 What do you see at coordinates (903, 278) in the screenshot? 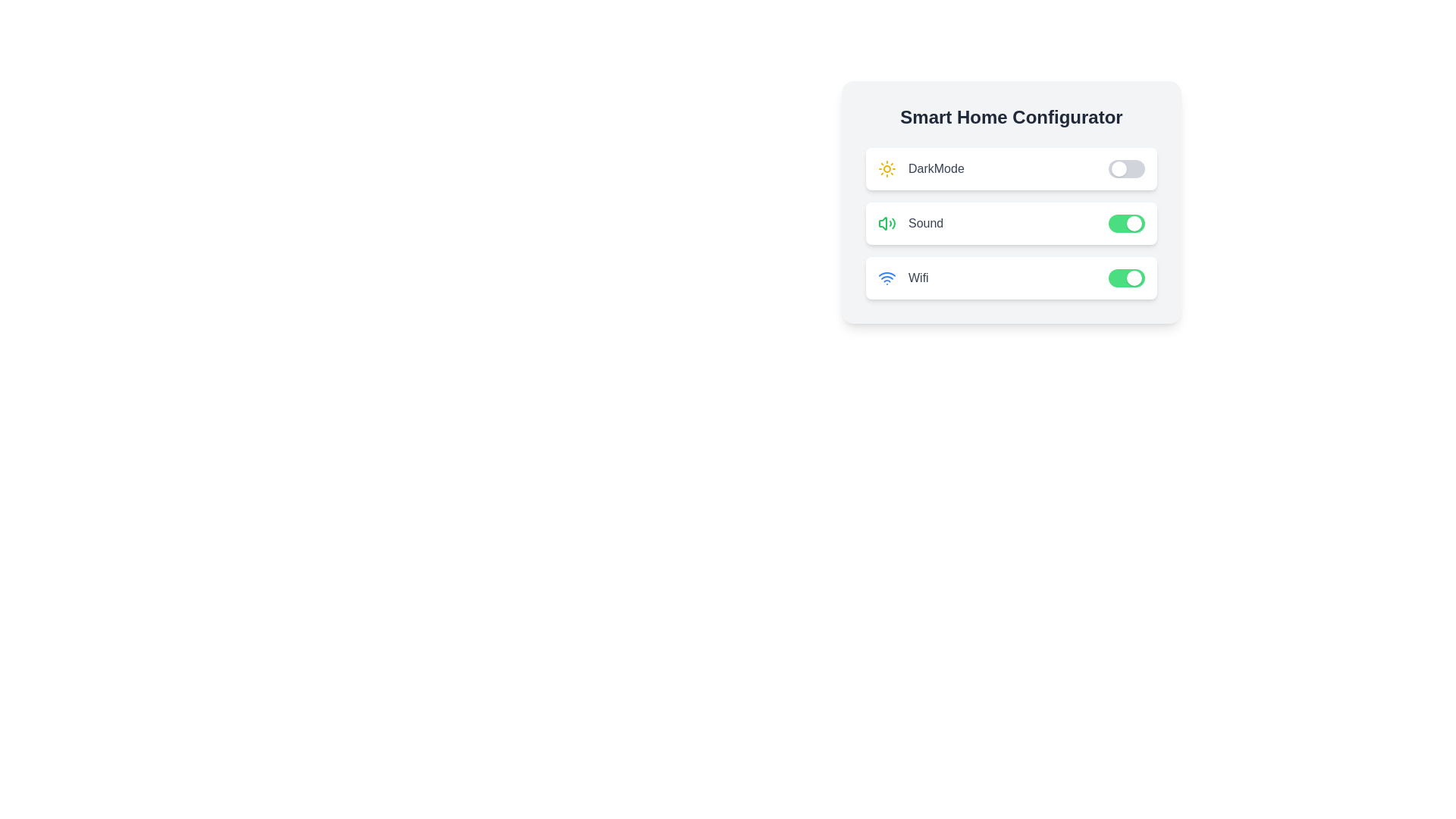
I see `the Wi-Fi label with icon that features a blue Wi-Fi icon on the left and the word 'Wifi' in gray text, located in the third row of the 'Smart Home Configurator' card` at bounding box center [903, 278].